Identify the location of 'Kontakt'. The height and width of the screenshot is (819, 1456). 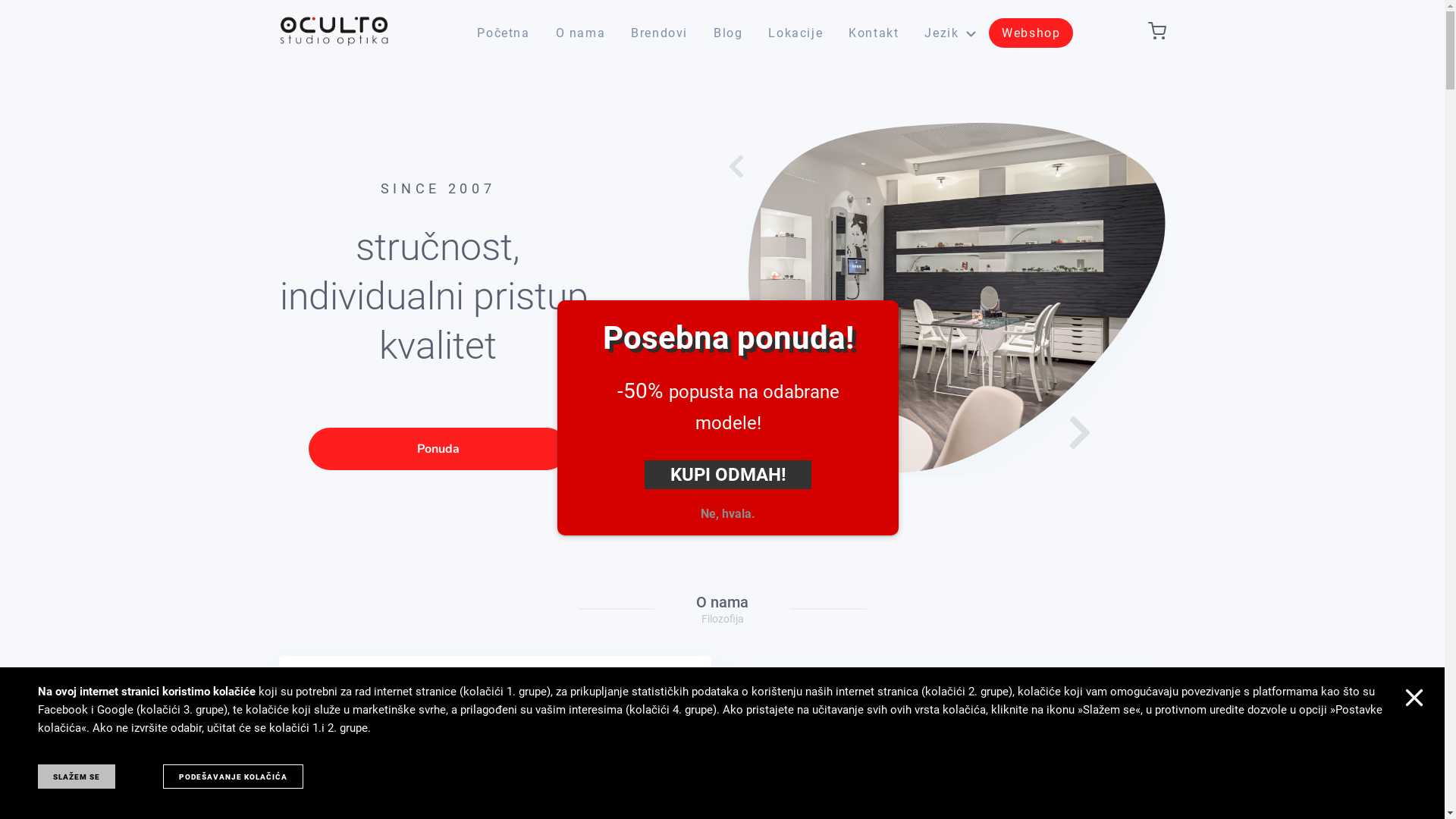
(874, 33).